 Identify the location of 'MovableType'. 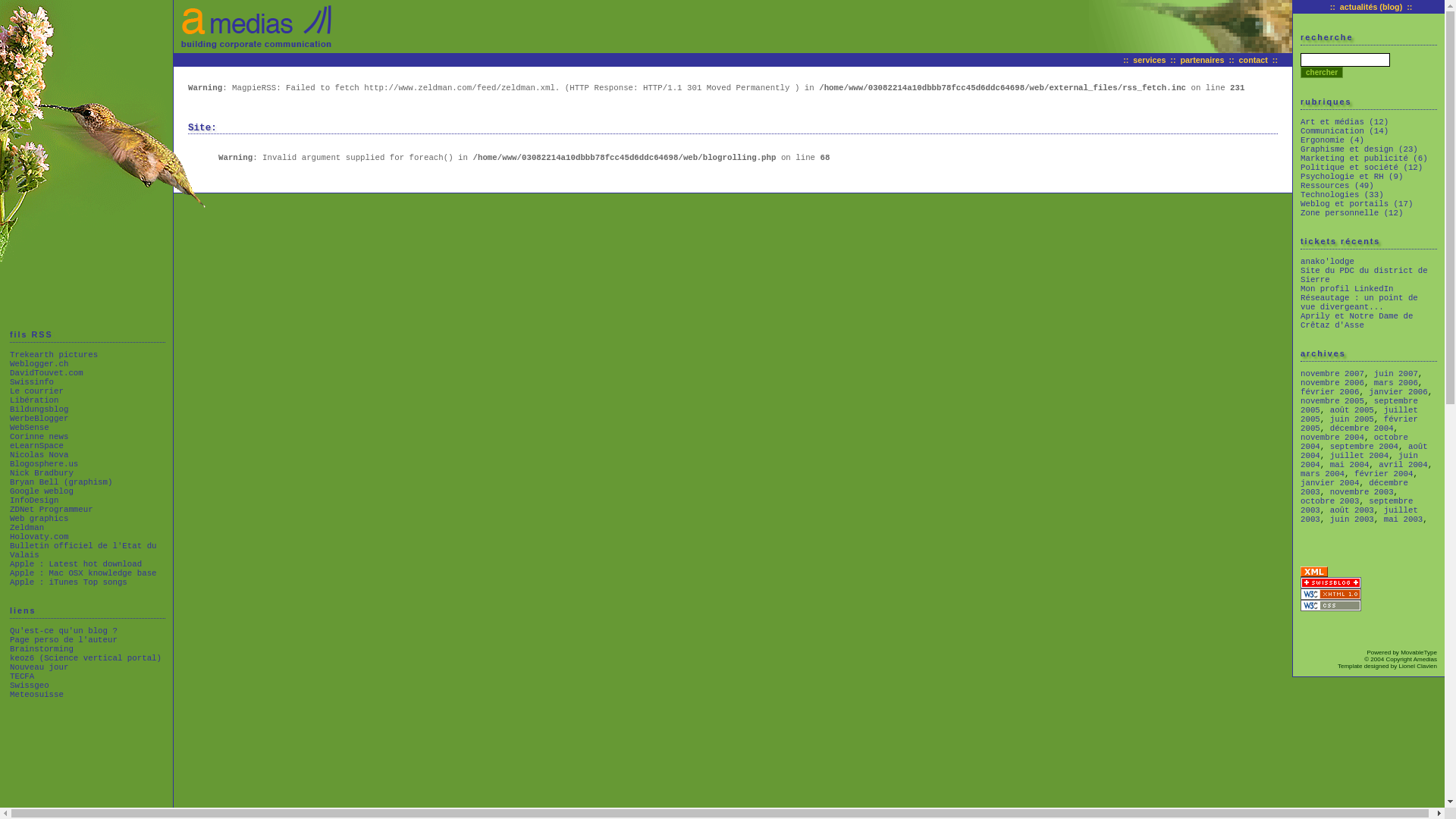
(1400, 651).